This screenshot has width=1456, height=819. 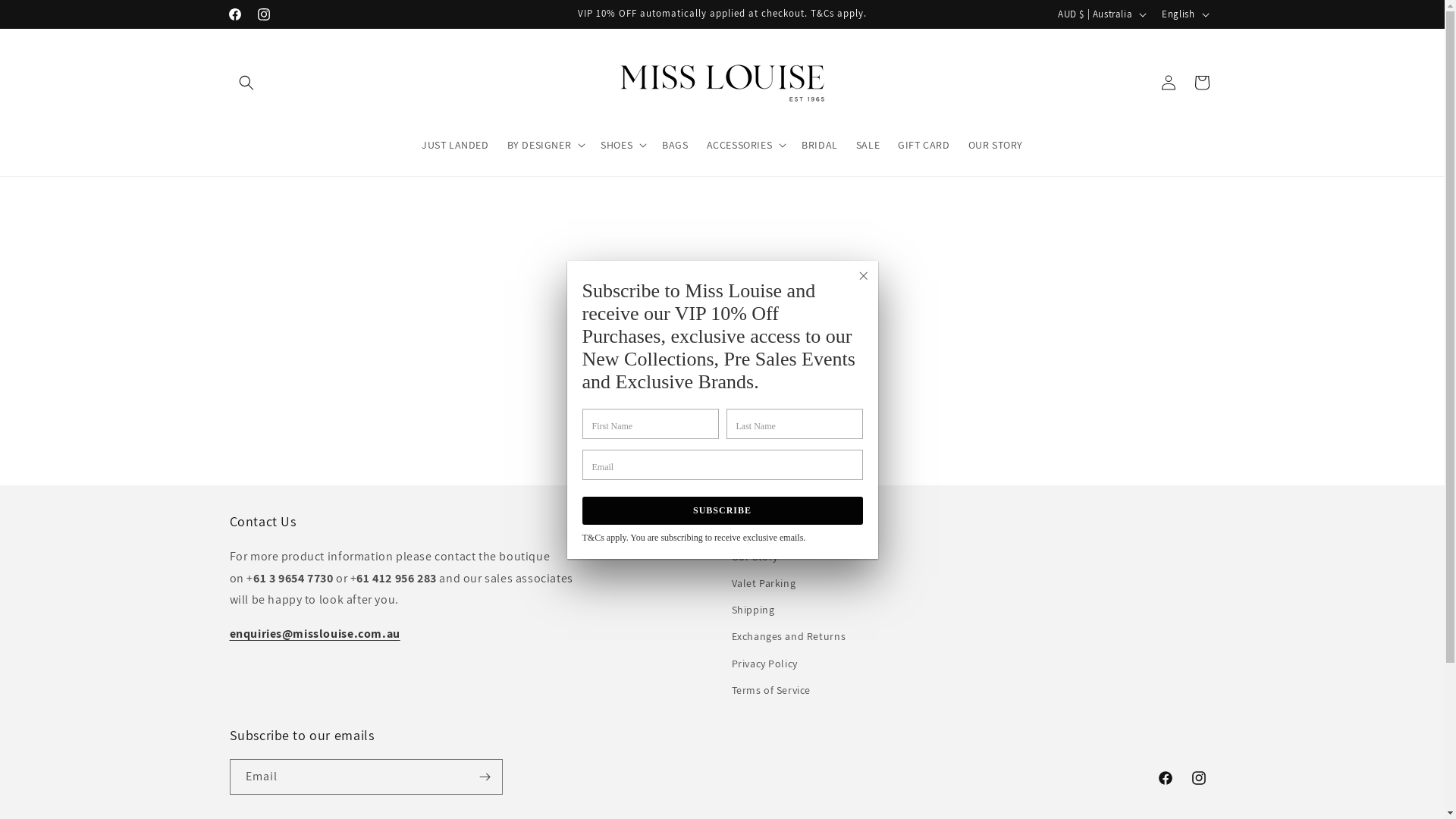 What do you see at coordinates (923, 145) in the screenshot?
I see `'GIFT CARD'` at bounding box center [923, 145].